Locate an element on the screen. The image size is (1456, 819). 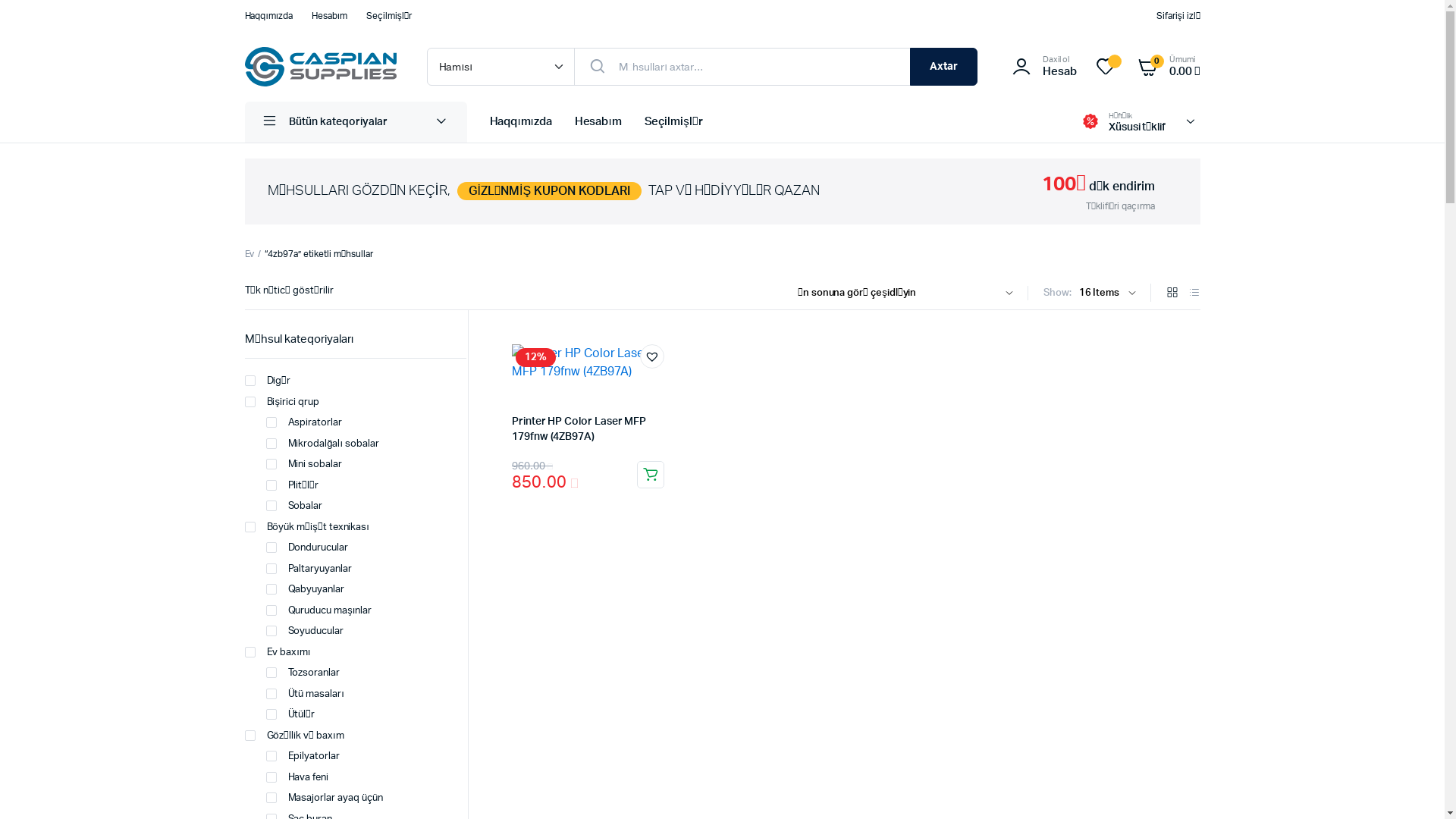
'Hava feni' is located at coordinates (297, 778).